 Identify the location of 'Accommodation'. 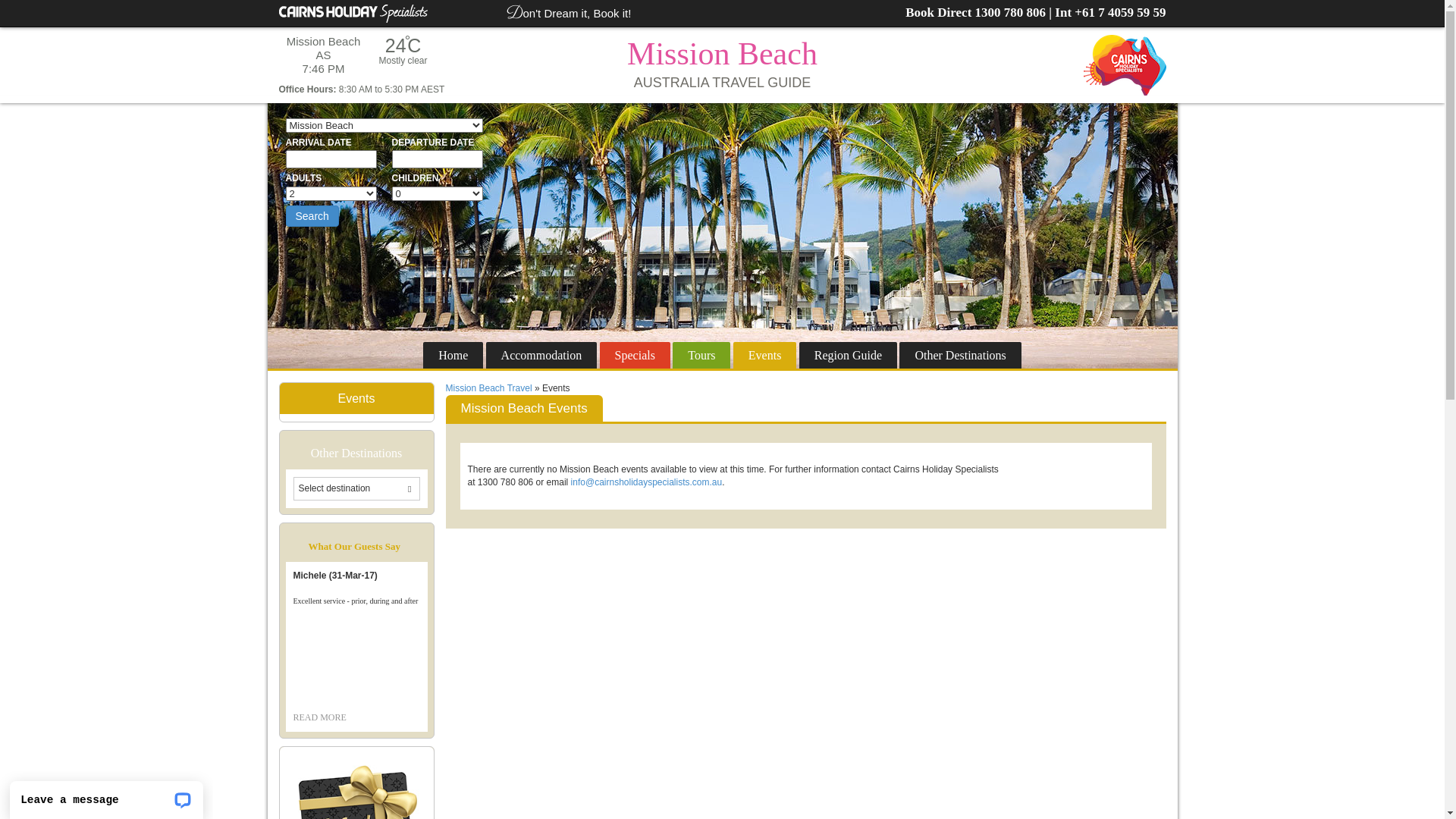
(541, 355).